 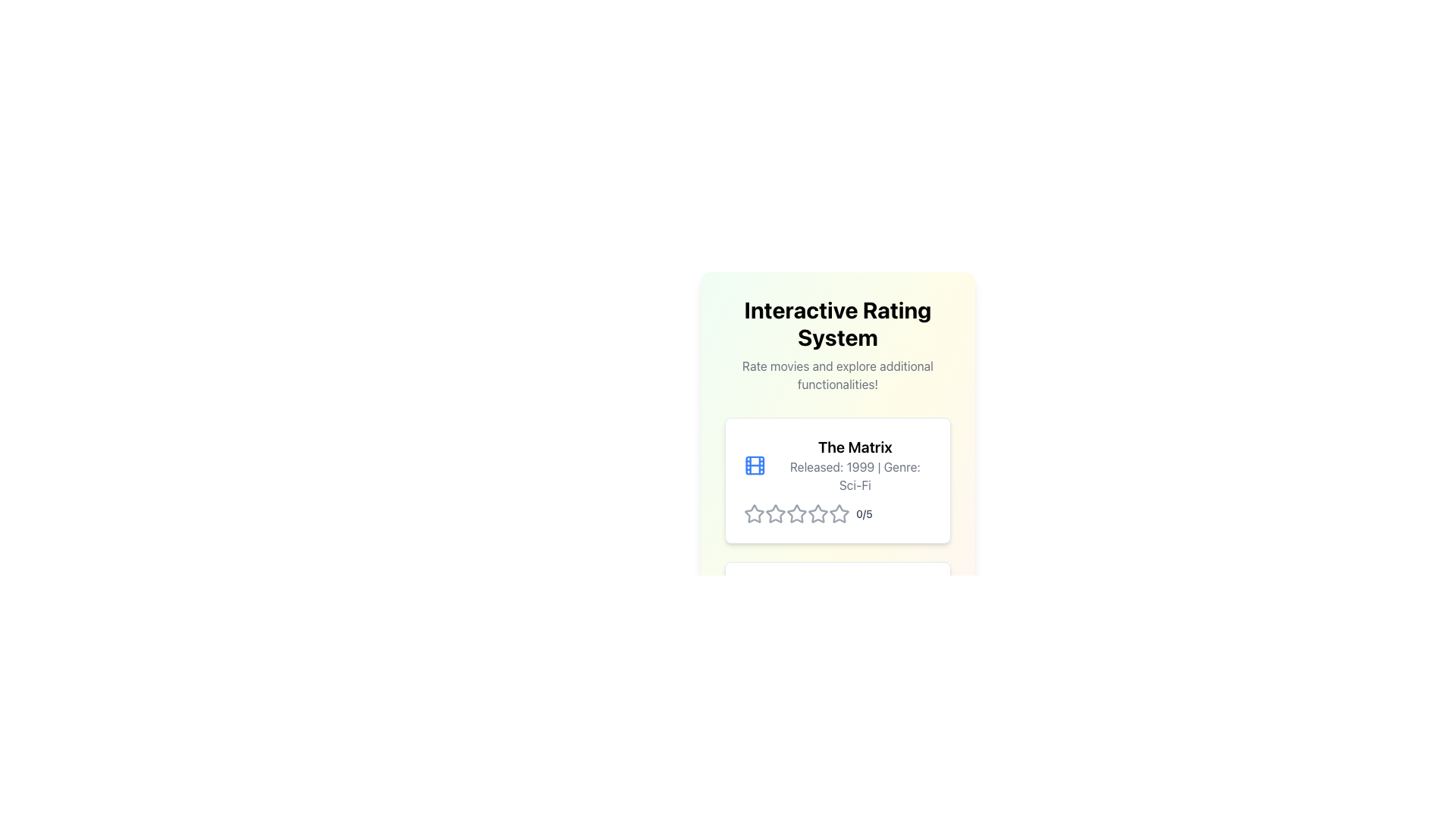 I want to click on the first interactive star icon used for rating, located directly underneath the movie information block for 'The Matrix', so click(x=754, y=513).